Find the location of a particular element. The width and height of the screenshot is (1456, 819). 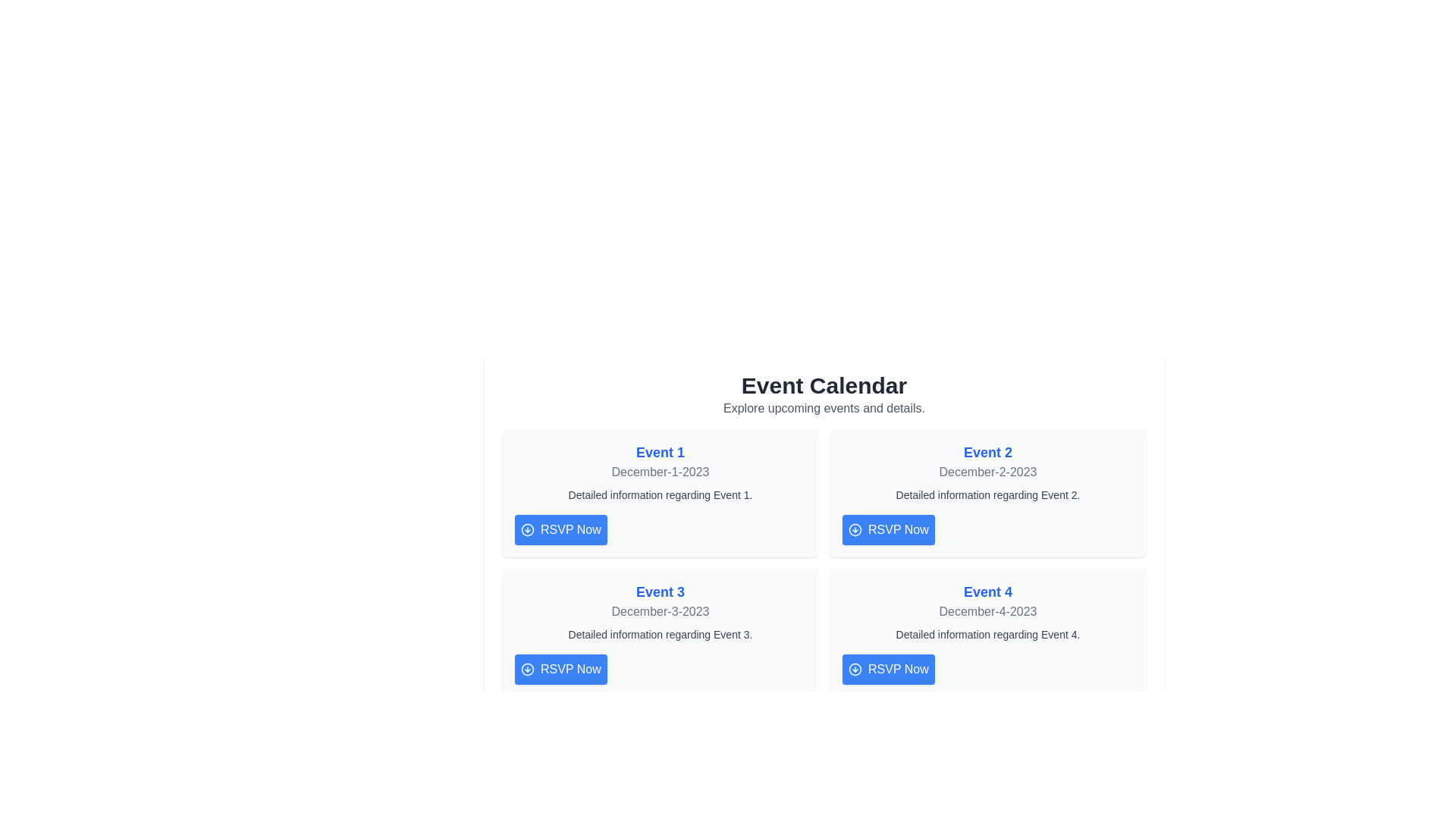

the decorative icon that emphasizes the RSVP action for Event 4, located centrally within the RSVP button of the fourth event card in the event calendar is located at coordinates (855, 669).